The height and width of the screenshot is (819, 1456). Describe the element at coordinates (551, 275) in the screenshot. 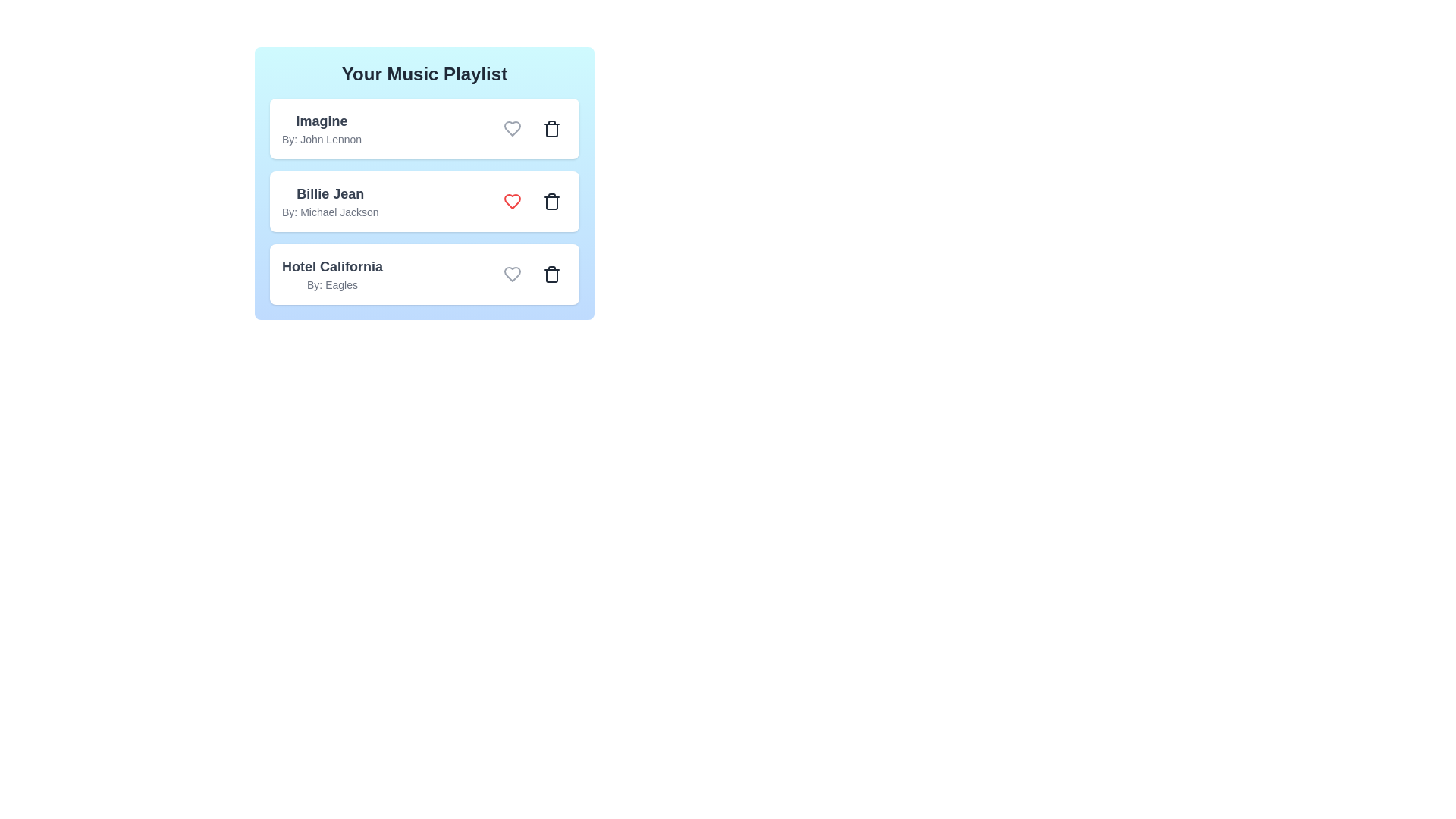

I see `the song with title Hotel California from the playlist by clicking its trash icon` at that location.